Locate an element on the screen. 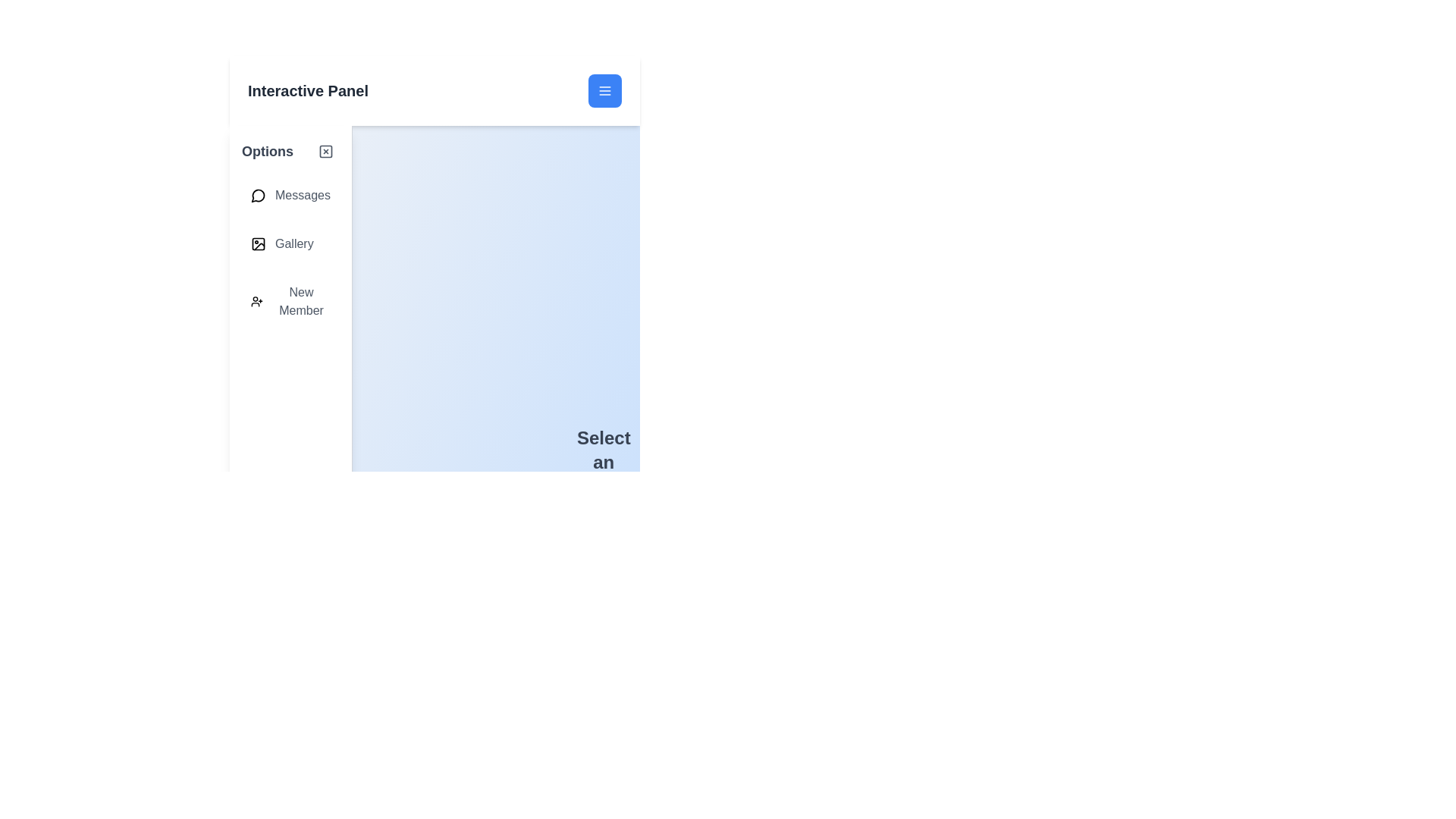 This screenshot has width=1456, height=819. the 'Gallery' text label in the side navigation menu is located at coordinates (294, 243).